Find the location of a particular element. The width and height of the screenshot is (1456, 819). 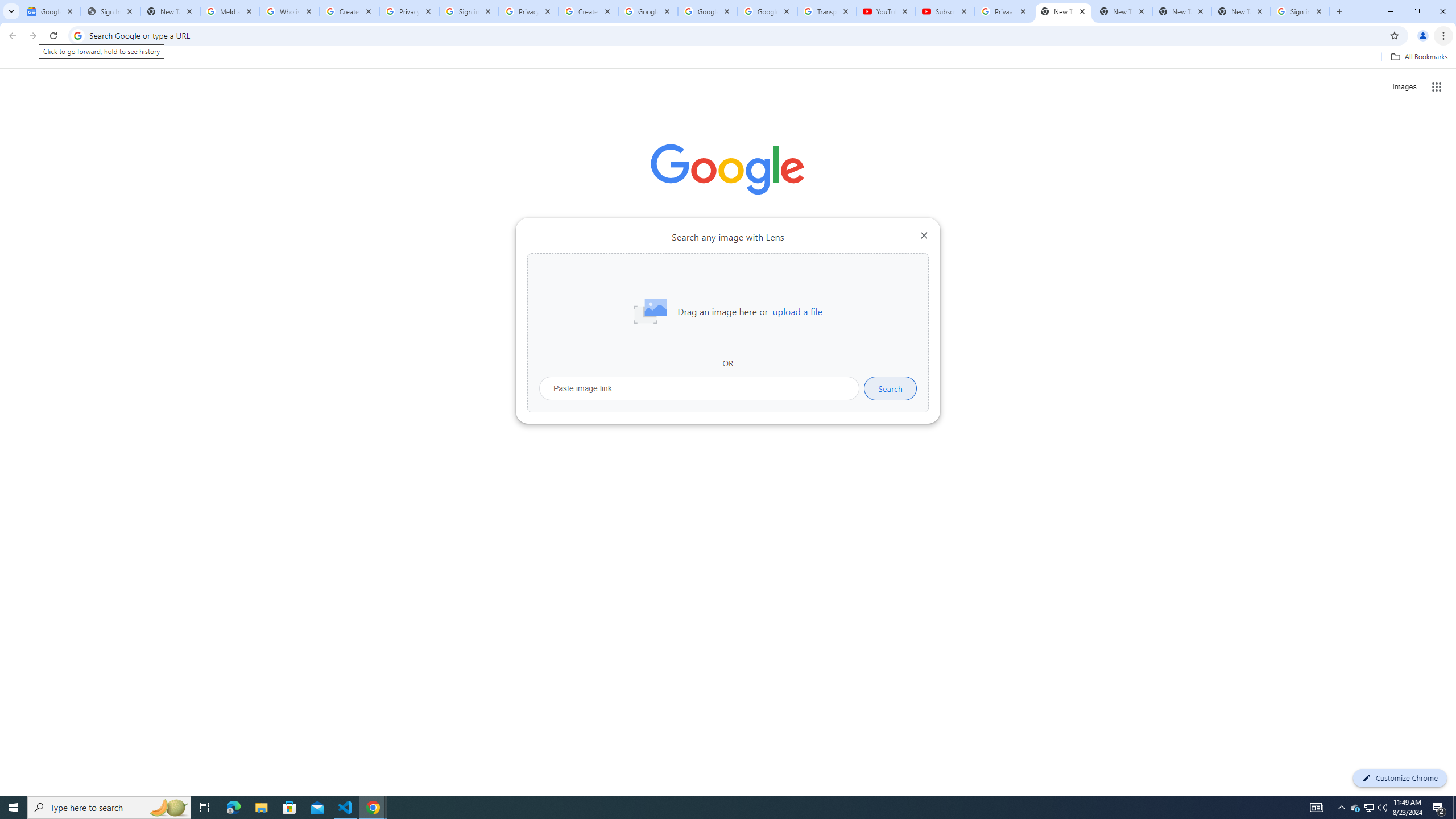

'Who is my administrator? - Google Account Help' is located at coordinates (289, 11).